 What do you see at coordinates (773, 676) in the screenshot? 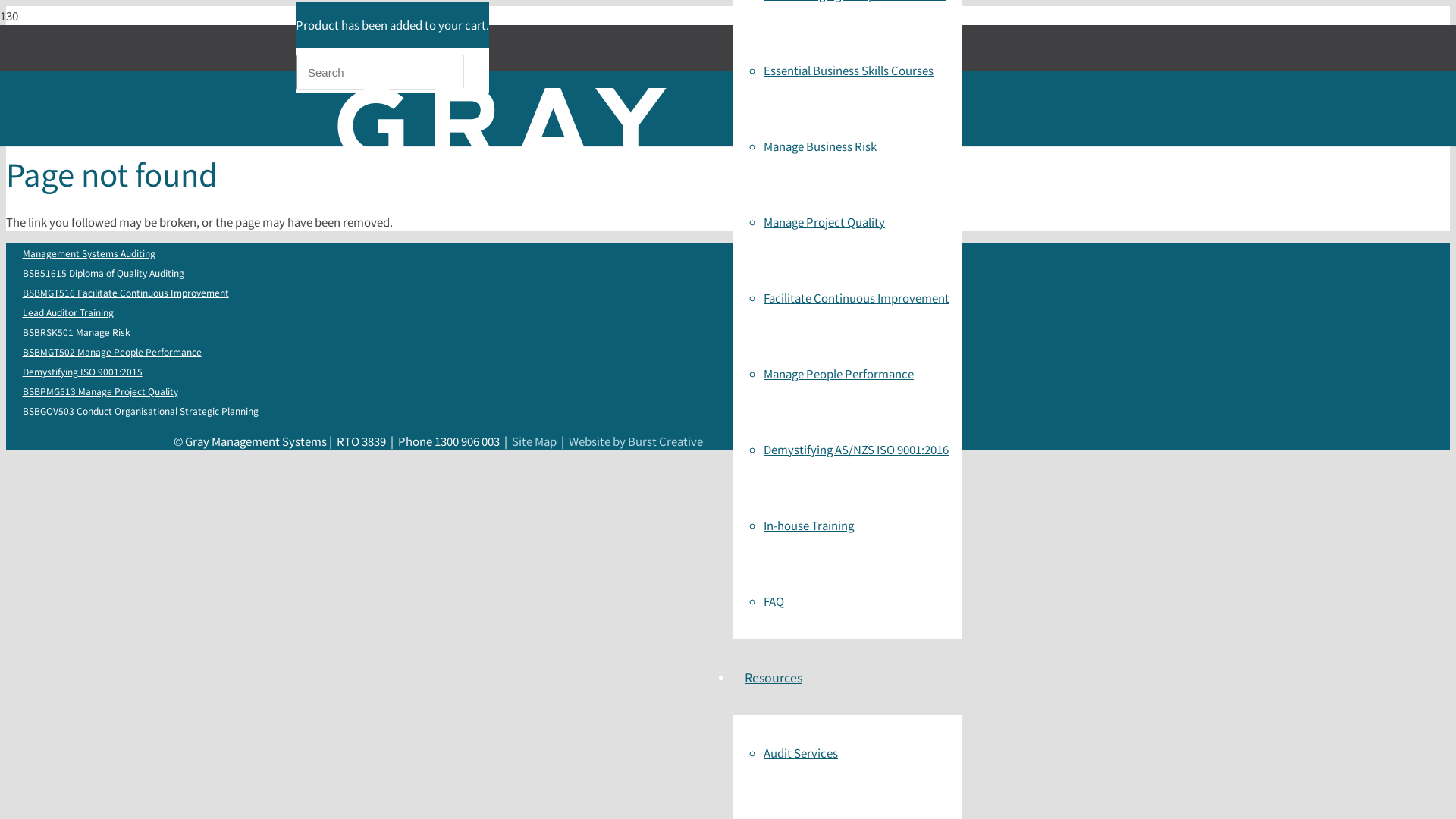
I see `'Resources'` at bounding box center [773, 676].